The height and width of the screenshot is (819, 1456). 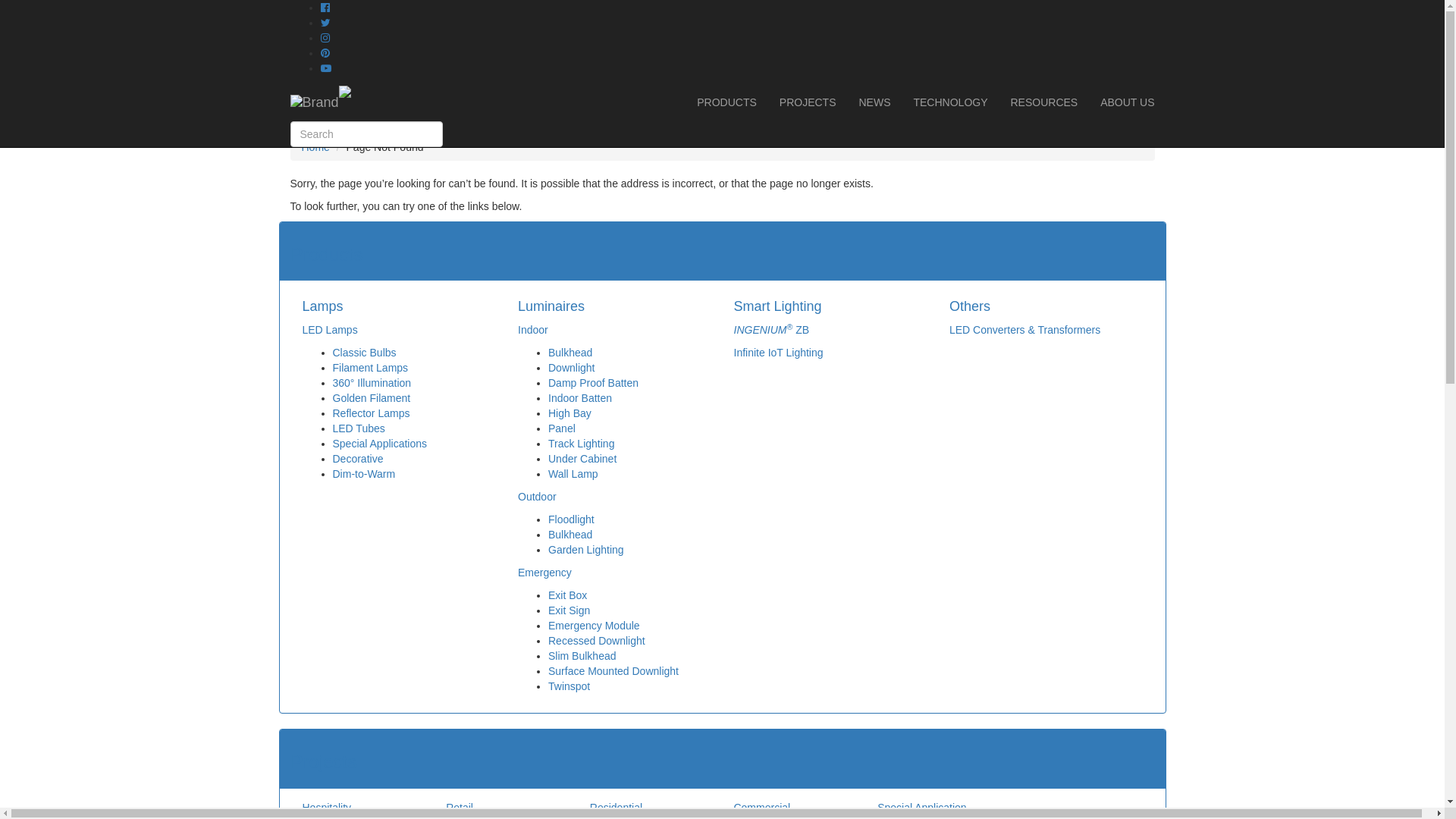 What do you see at coordinates (370, 368) in the screenshot?
I see `'Filament Lamps'` at bounding box center [370, 368].